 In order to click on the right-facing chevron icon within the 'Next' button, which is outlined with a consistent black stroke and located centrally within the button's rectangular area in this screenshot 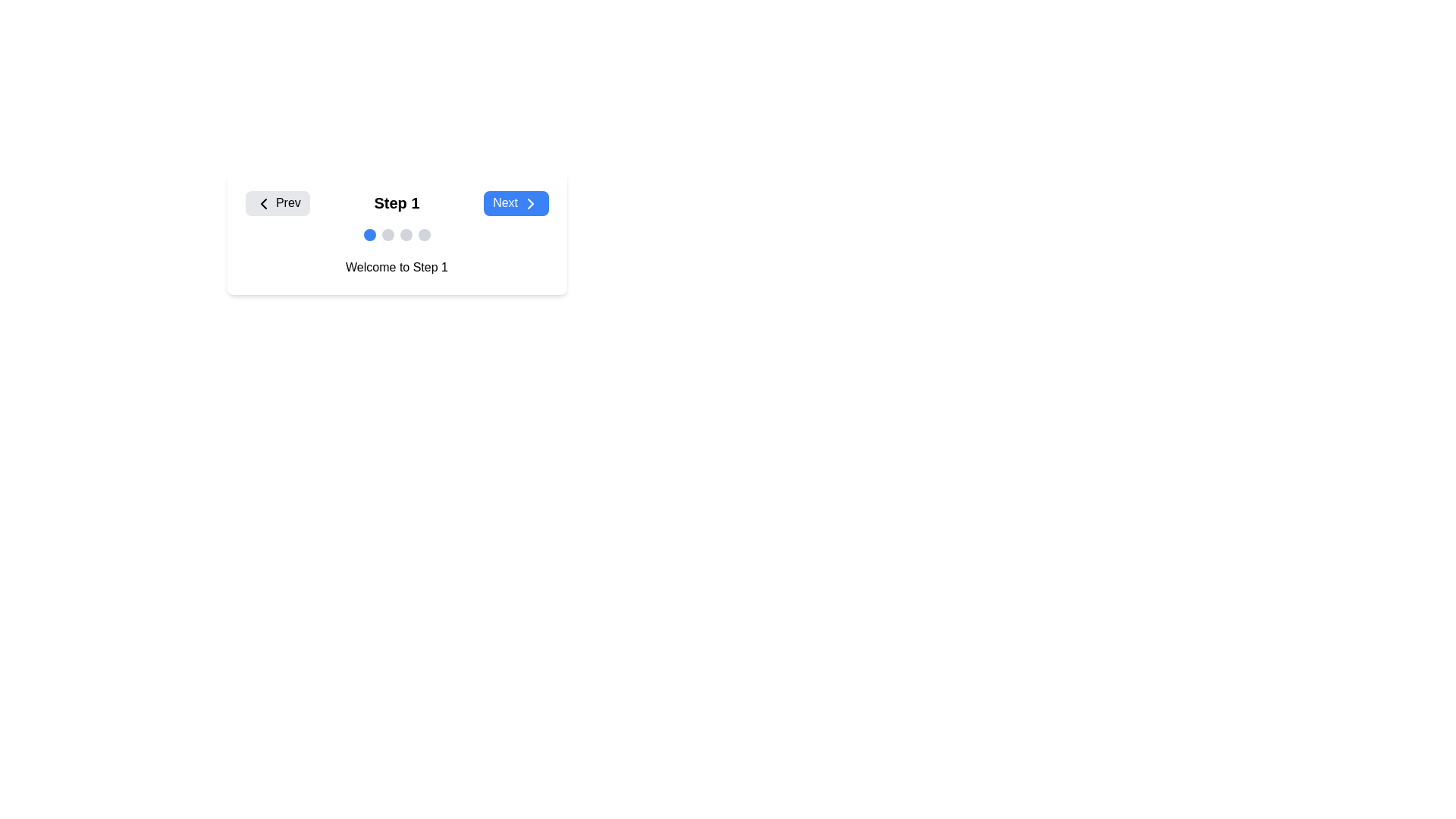, I will do `click(530, 202)`.